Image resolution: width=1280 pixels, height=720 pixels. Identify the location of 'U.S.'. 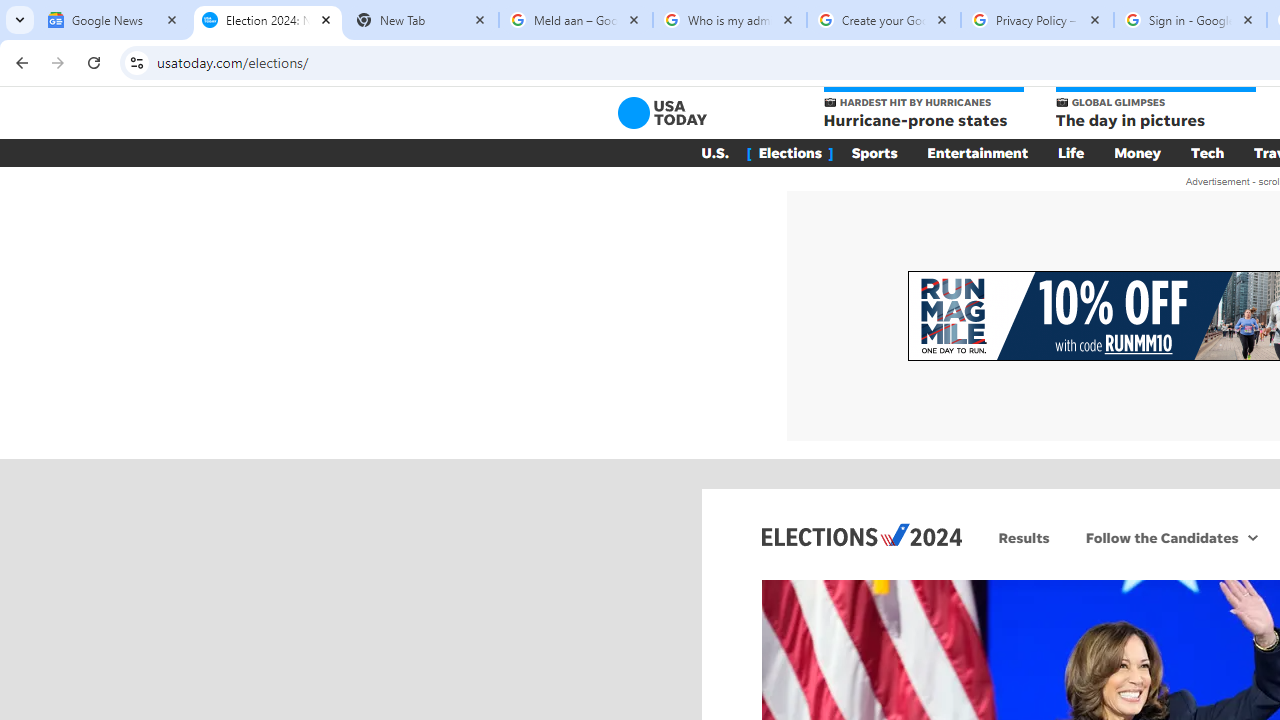
(714, 152).